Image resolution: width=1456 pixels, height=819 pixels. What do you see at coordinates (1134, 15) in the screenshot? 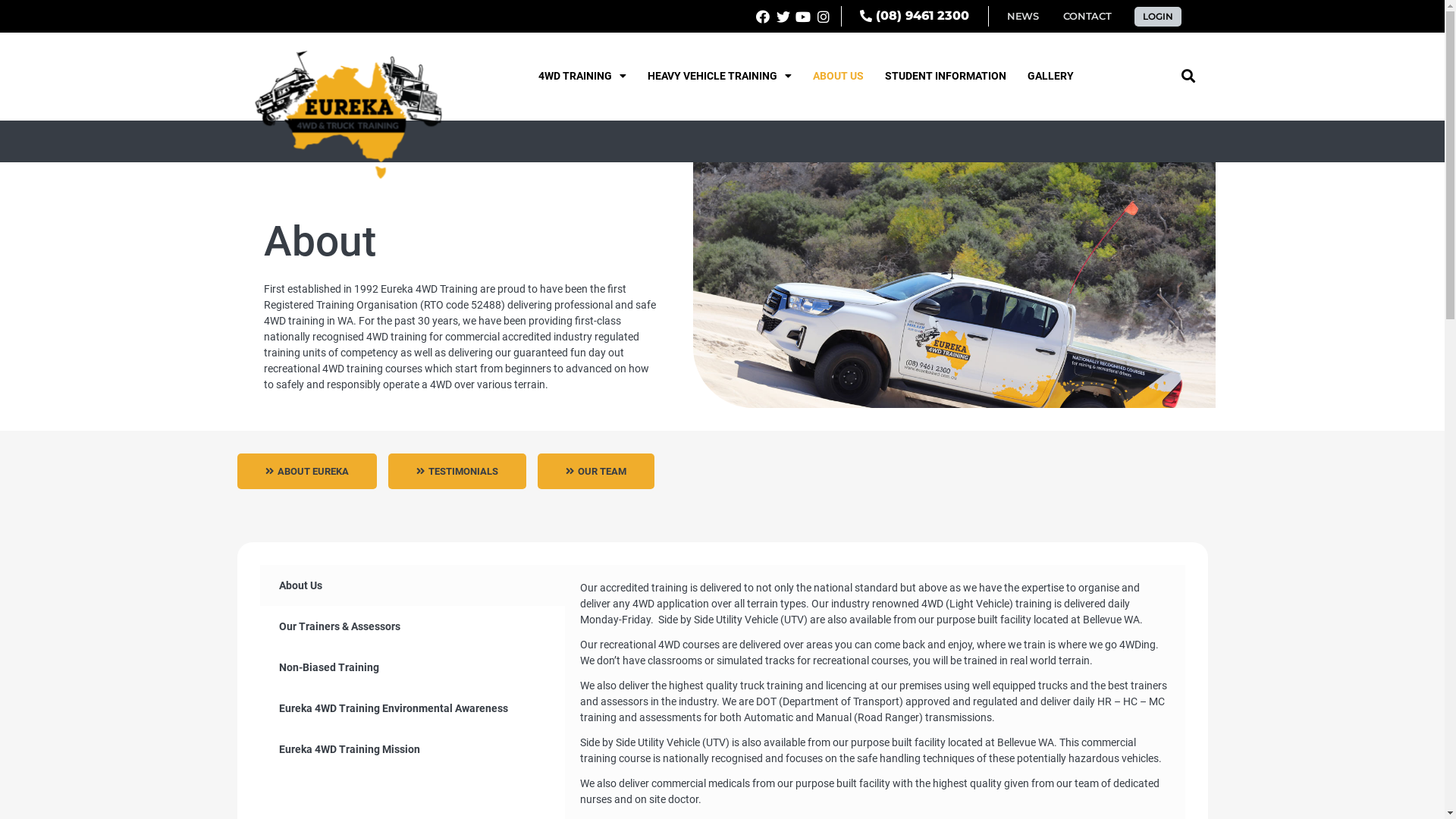
I see `'LOGIN'` at bounding box center [1134, 15].